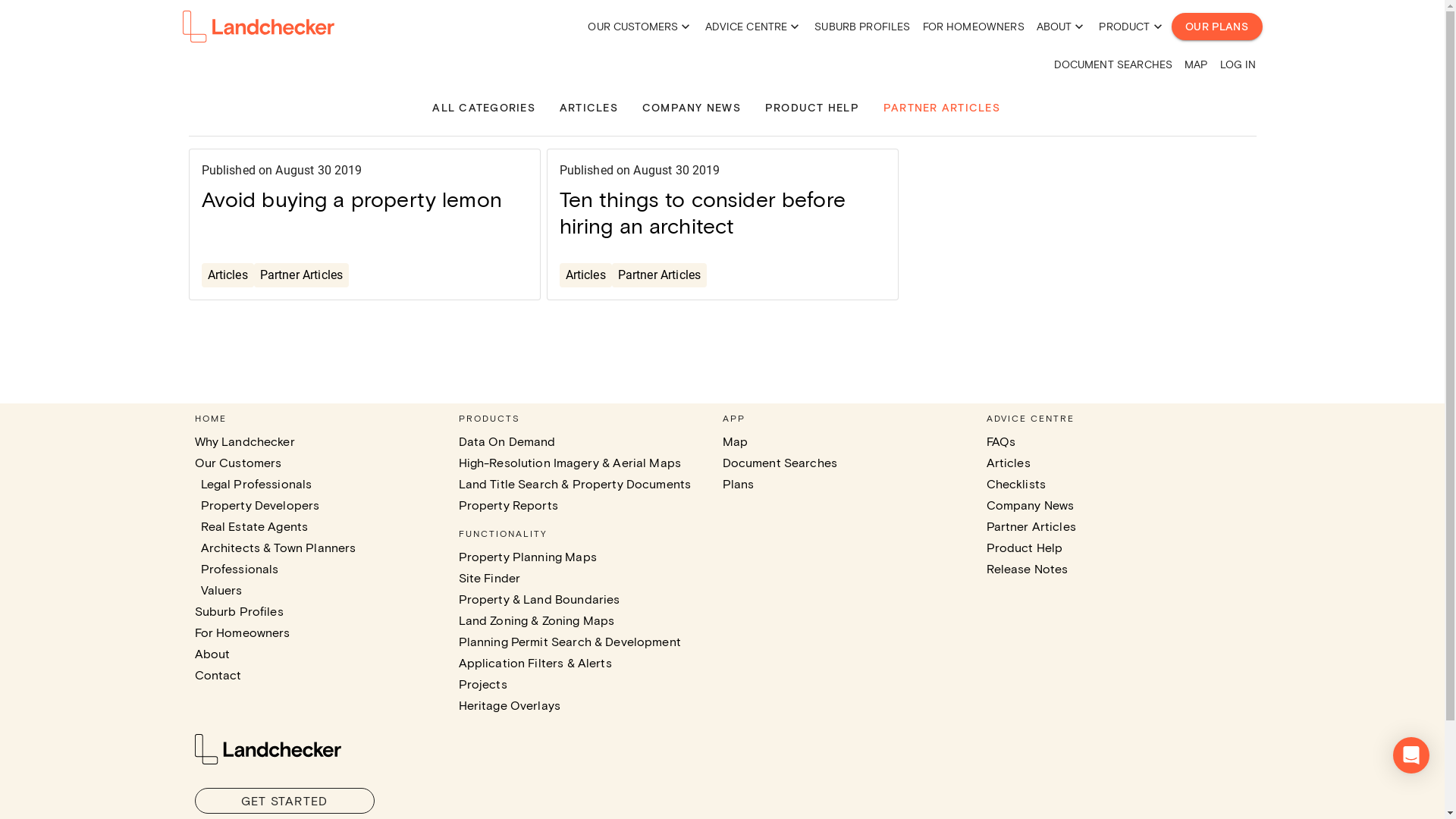 The image size is (1456, 819). Describe the element at coordinates (720, 484) in the screenshot. I see `'Plans'` at that location.